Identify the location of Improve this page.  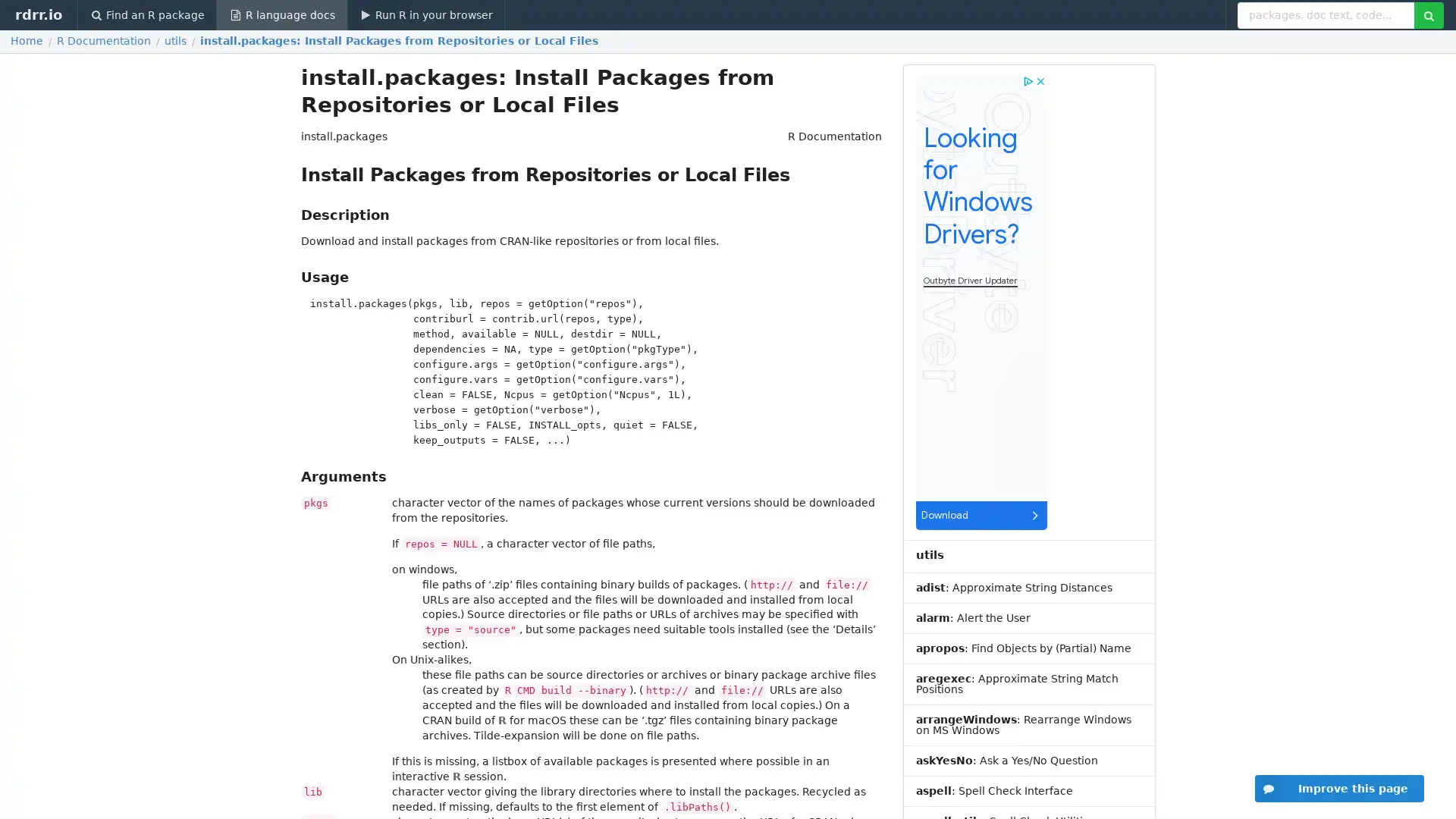
(1339, 788).